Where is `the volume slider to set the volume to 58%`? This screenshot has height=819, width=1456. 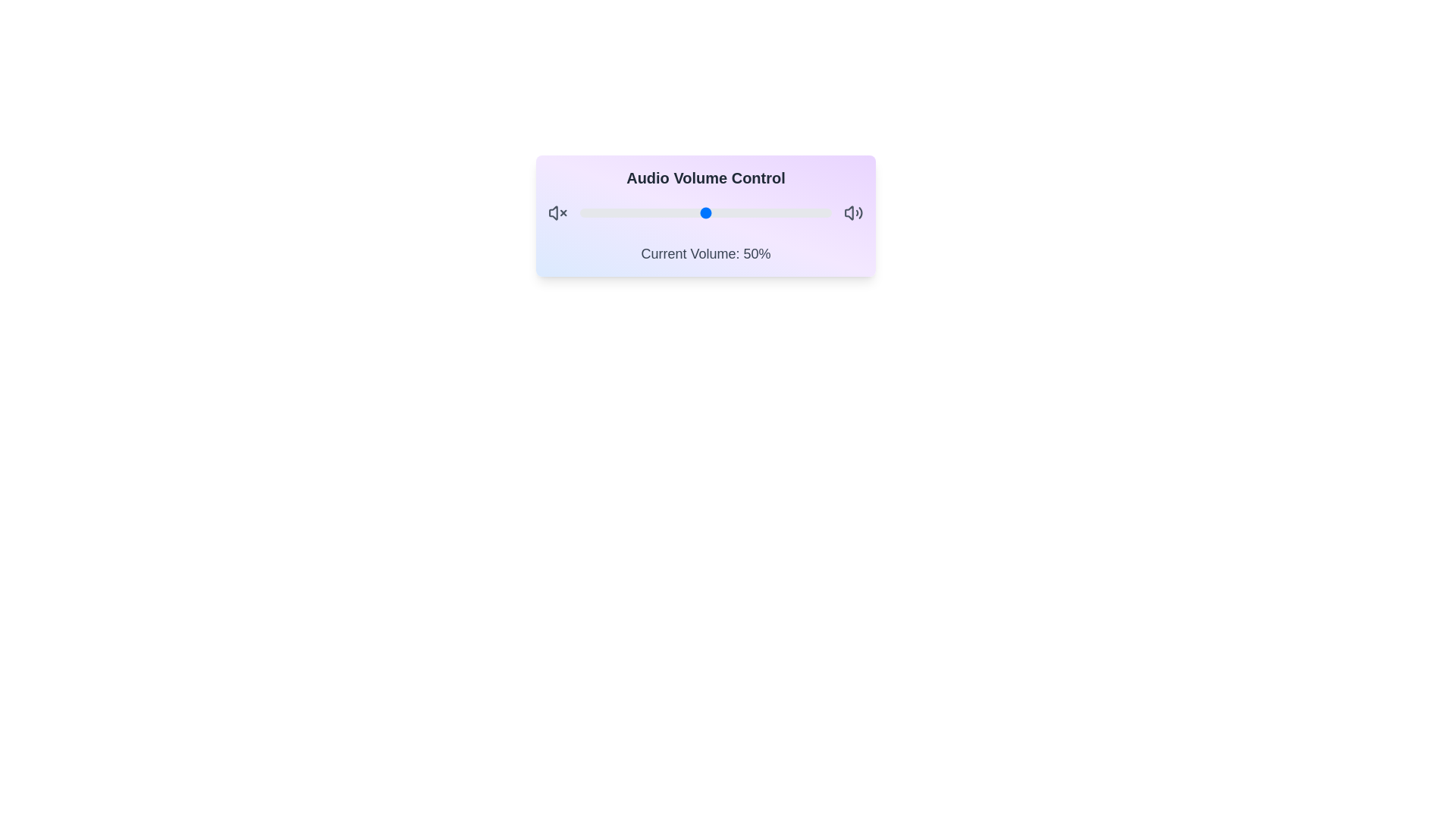 the volume slider to set the volume to 58% is located at coordinates (725, 213).